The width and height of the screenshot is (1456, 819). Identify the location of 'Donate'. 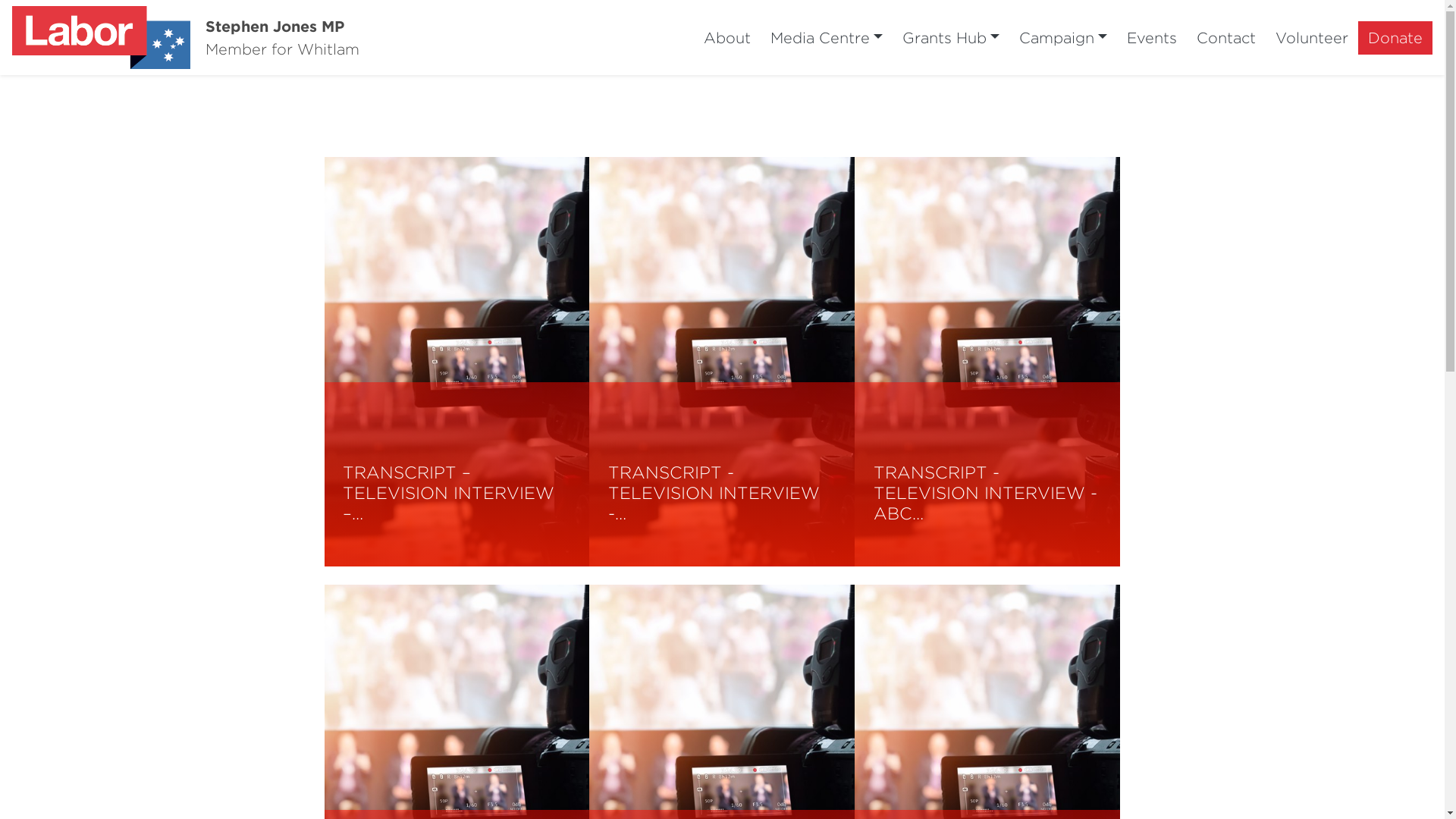
(1357, 37).